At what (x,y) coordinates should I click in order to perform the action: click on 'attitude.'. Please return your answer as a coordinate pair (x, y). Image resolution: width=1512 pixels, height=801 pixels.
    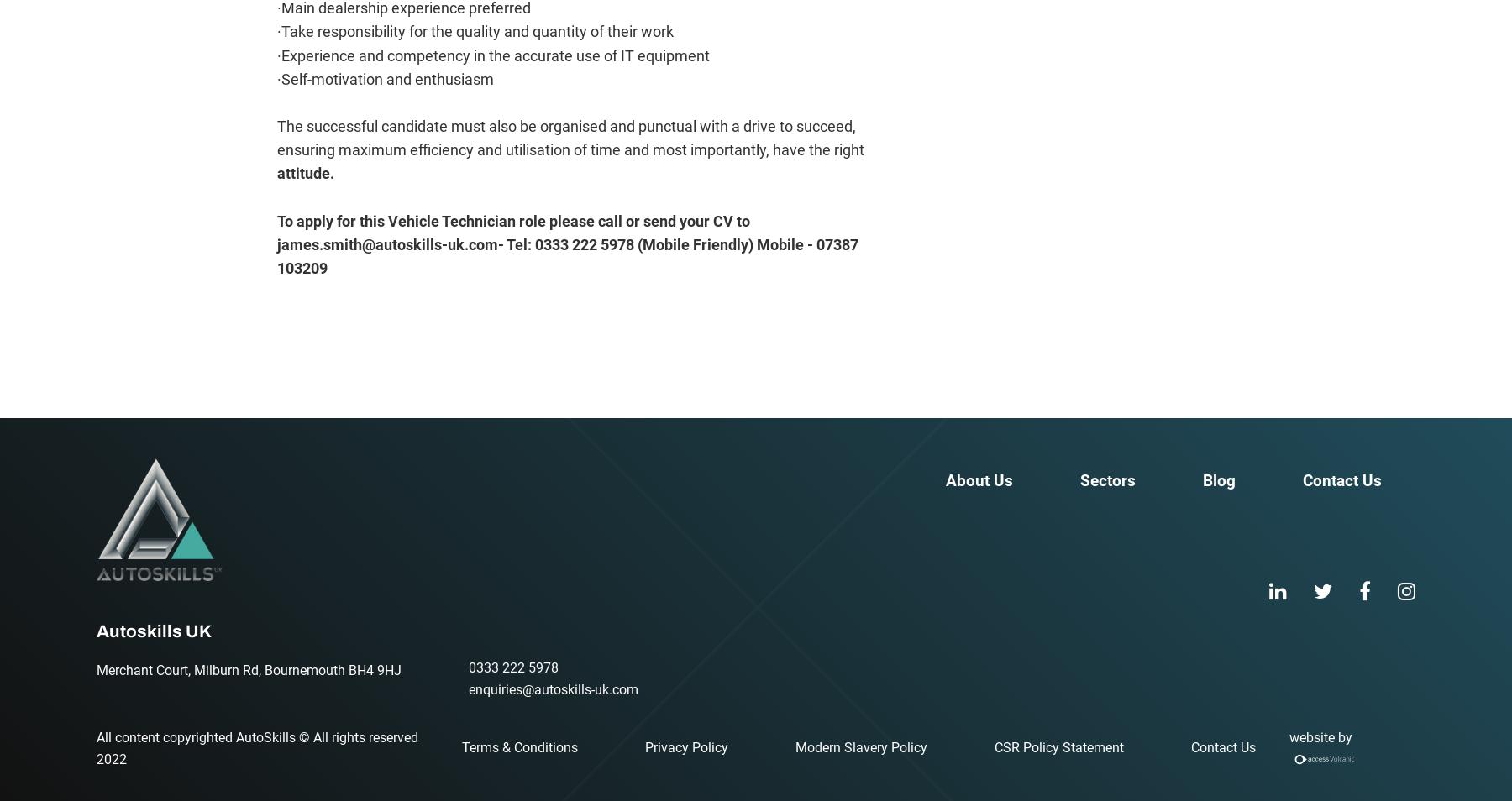
    Looking at the image, I should click on (305, 173).